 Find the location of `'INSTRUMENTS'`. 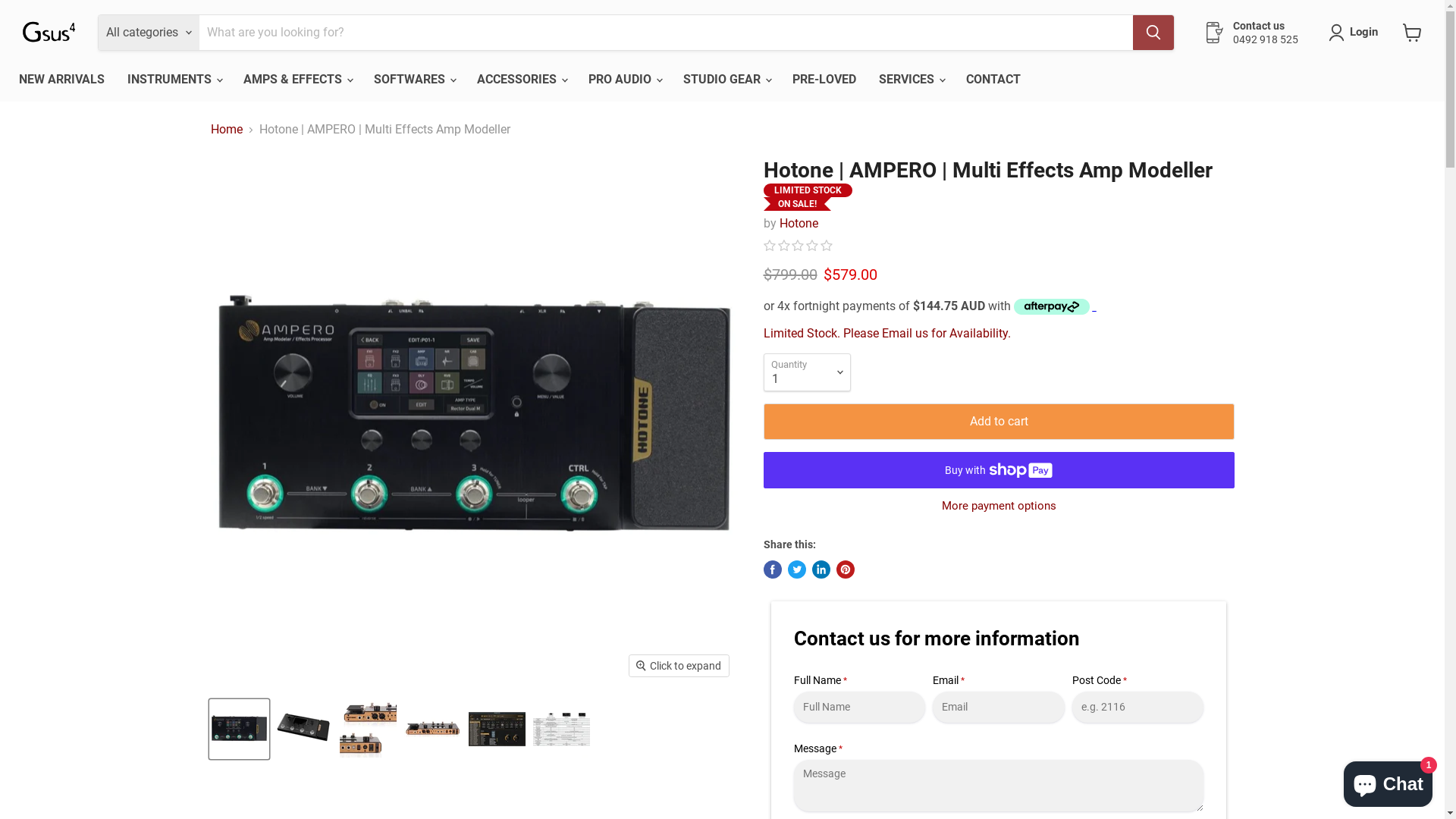

'INSTRUMENTS' is located at coordinates (174, 79).